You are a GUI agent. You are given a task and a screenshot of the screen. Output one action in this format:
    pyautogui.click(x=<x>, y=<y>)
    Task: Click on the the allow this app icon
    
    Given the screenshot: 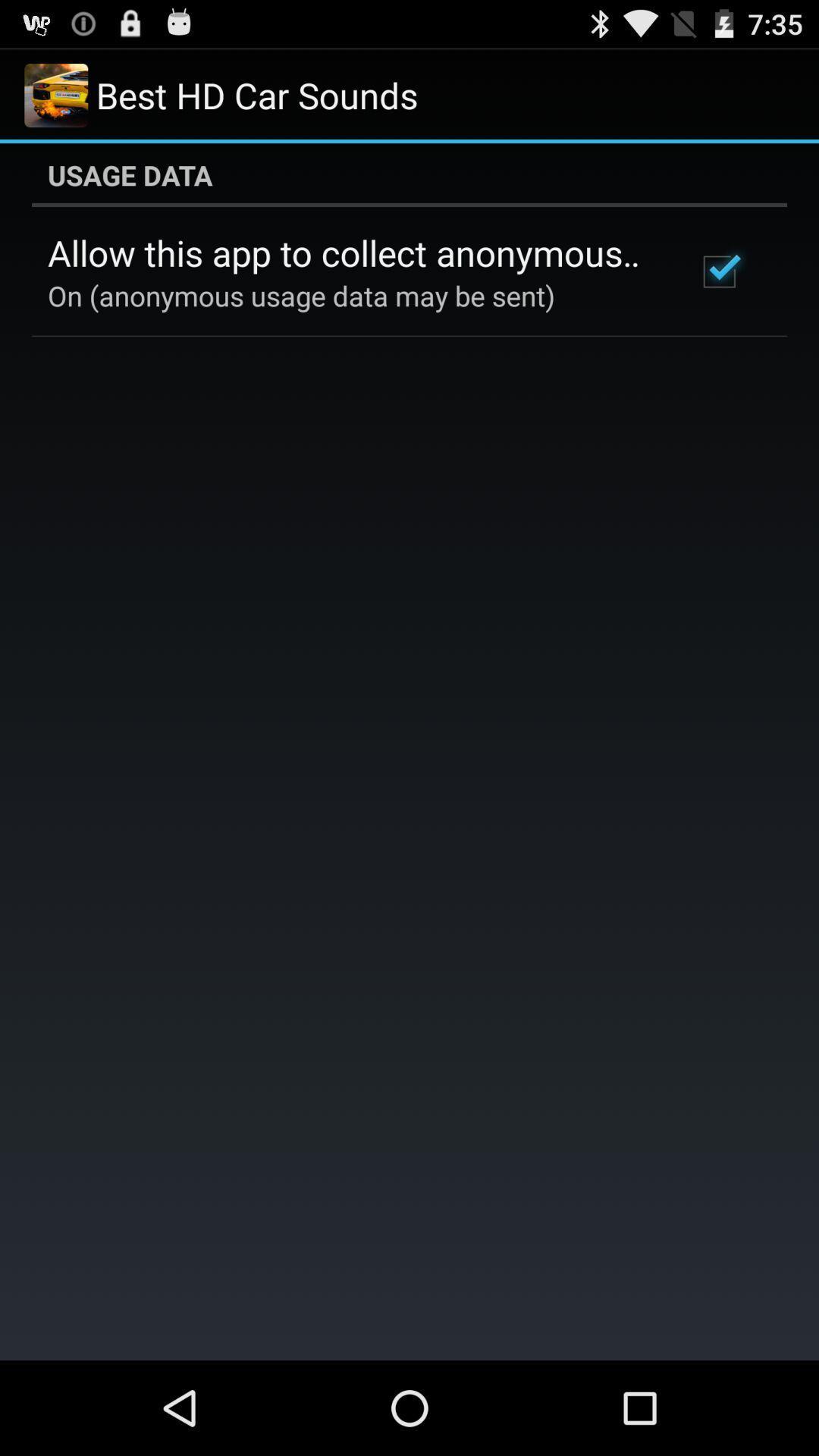 What is the action you would take?
    pyautogui.click(x=351, y=253)
    